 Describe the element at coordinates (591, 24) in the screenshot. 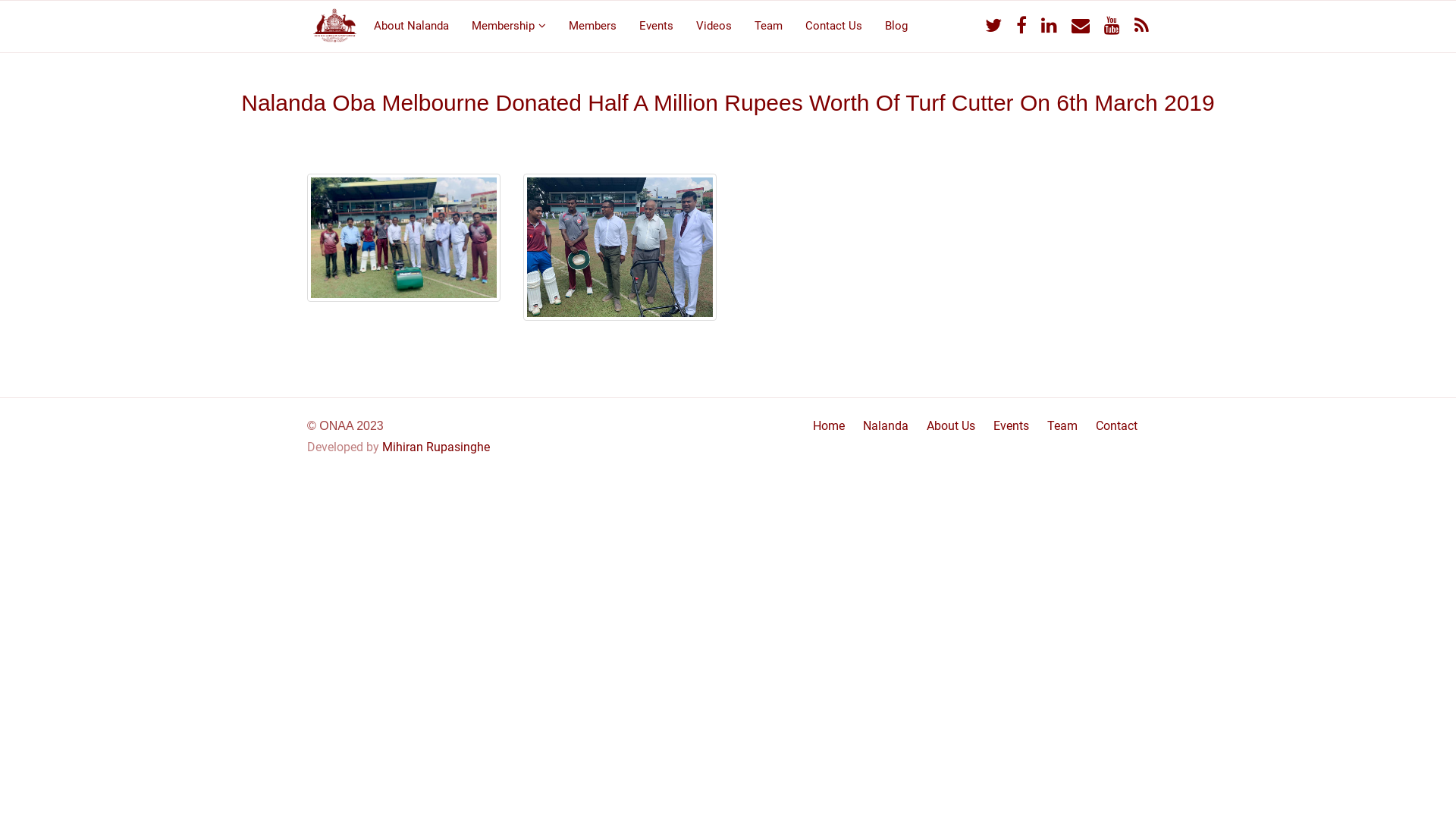

I see `'Members'` at that location.